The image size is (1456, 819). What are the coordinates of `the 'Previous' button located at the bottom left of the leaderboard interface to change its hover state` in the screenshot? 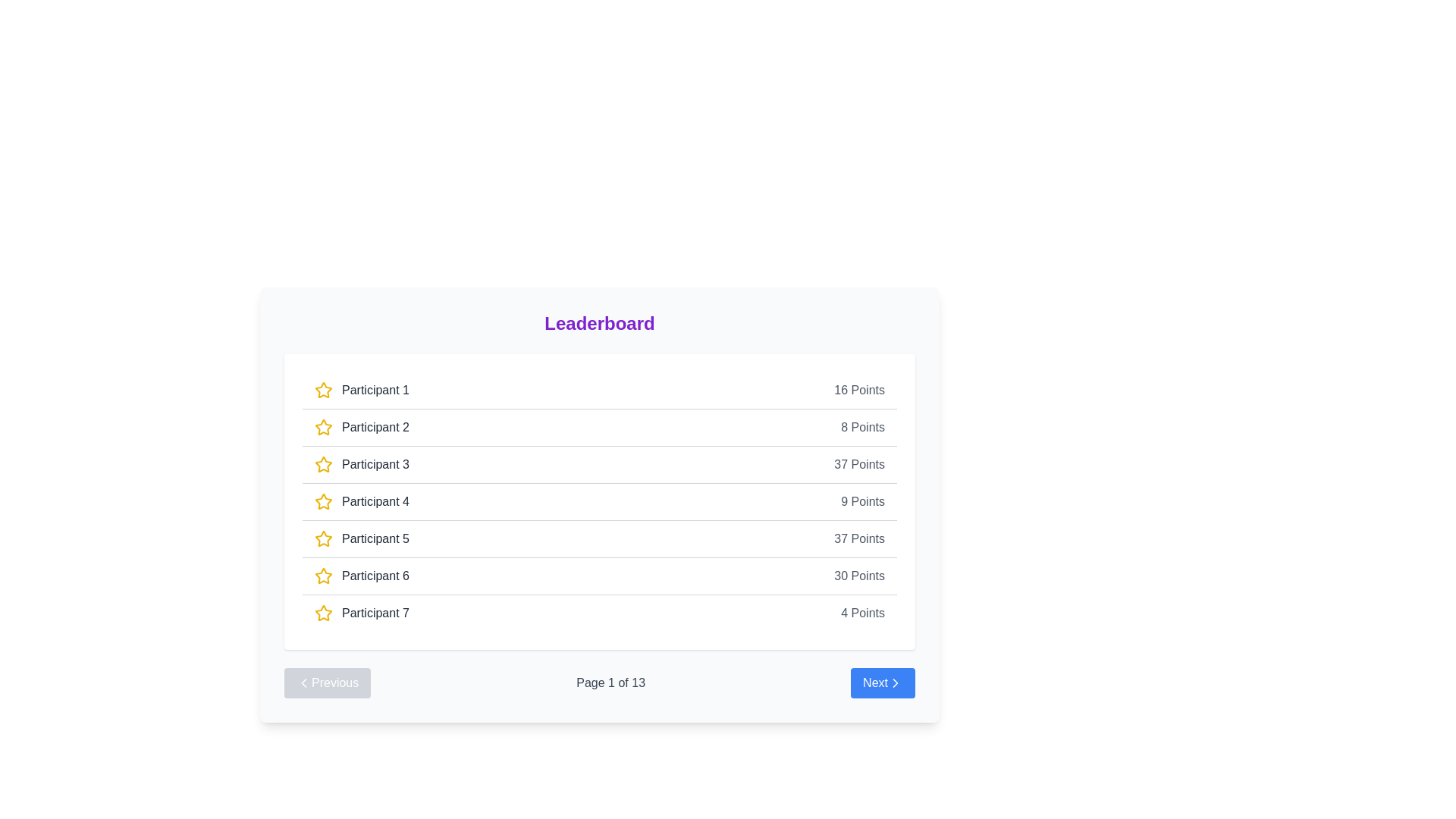 It's located at (327, 683).